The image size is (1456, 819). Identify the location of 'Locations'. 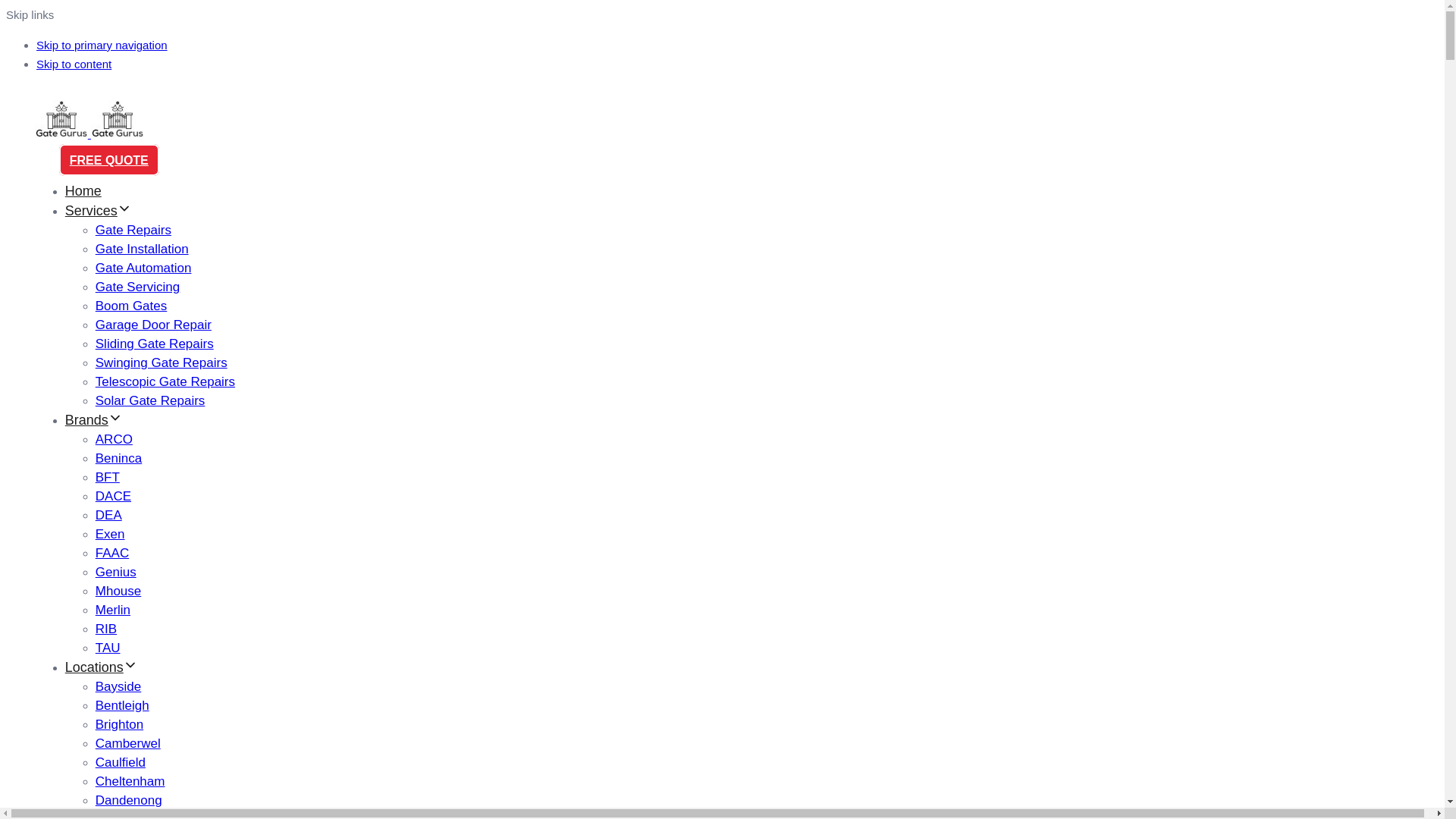
(100, 666).